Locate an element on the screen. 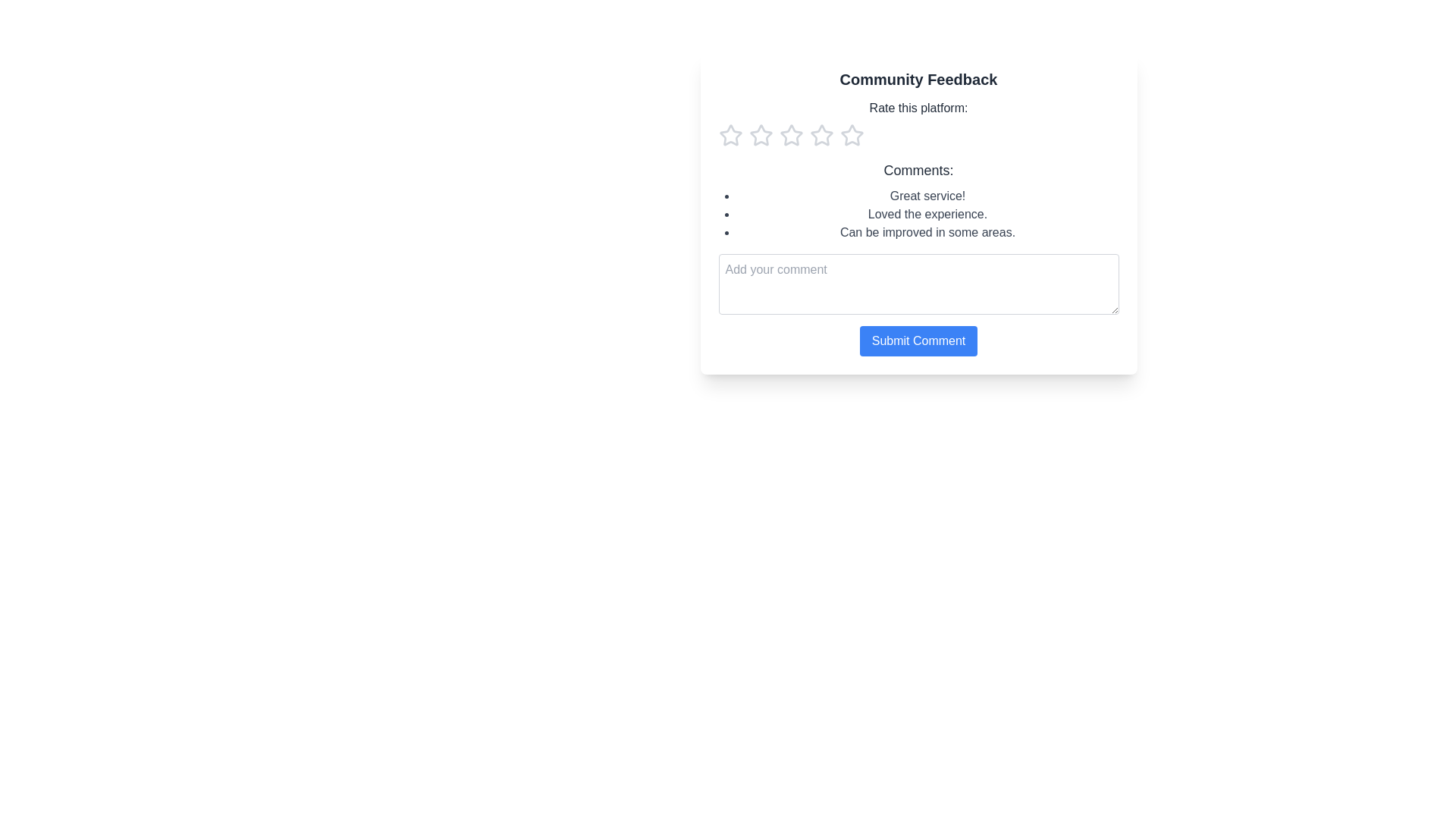 This screenshot has width=1456, height=819. text of the first comment in the bulleted list located below the heading 'Comments:' in the 'Community Feedback' section is located at coordinates (927, 195).